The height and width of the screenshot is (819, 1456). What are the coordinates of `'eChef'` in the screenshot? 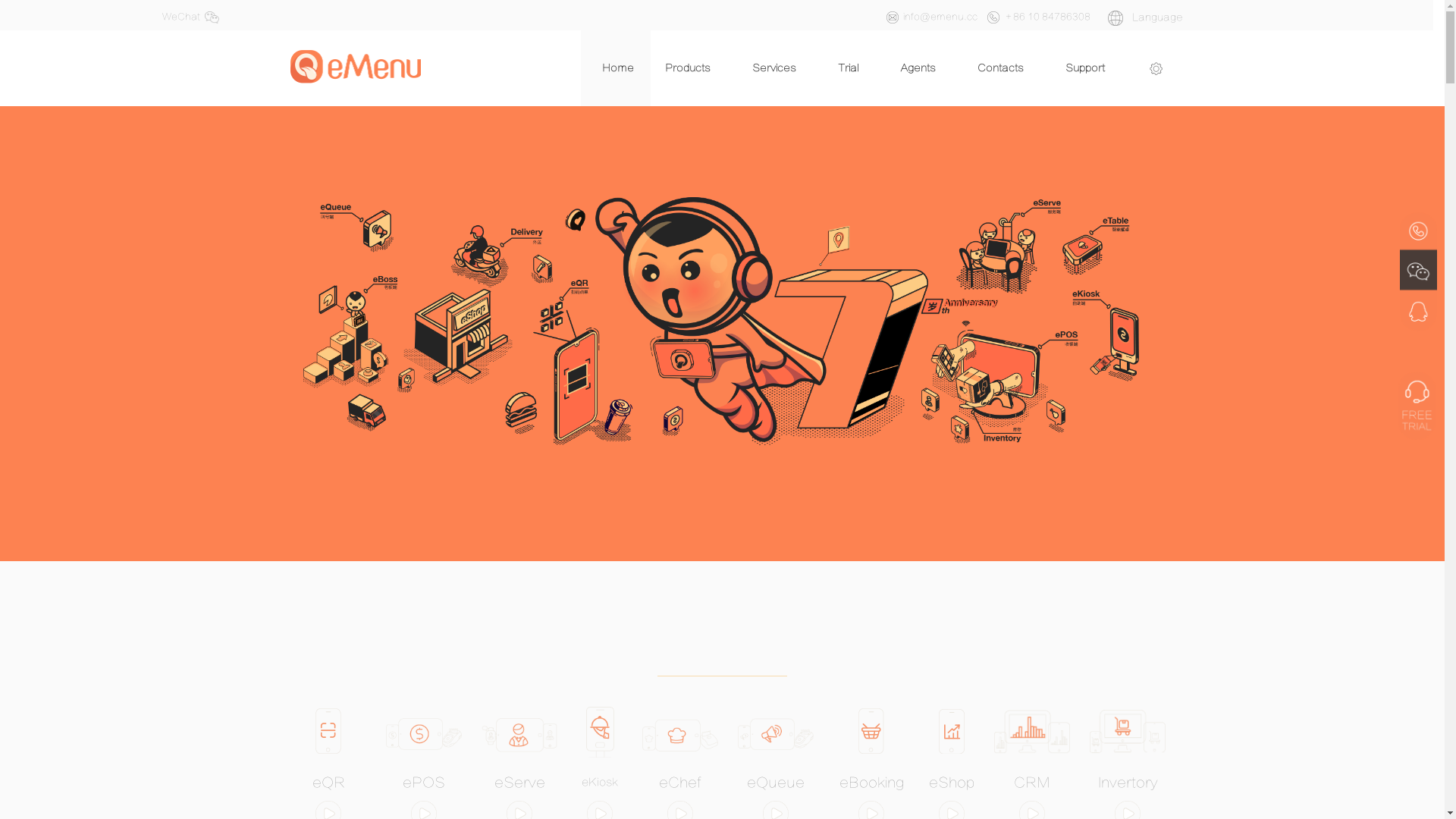 It's located at (679, 780).